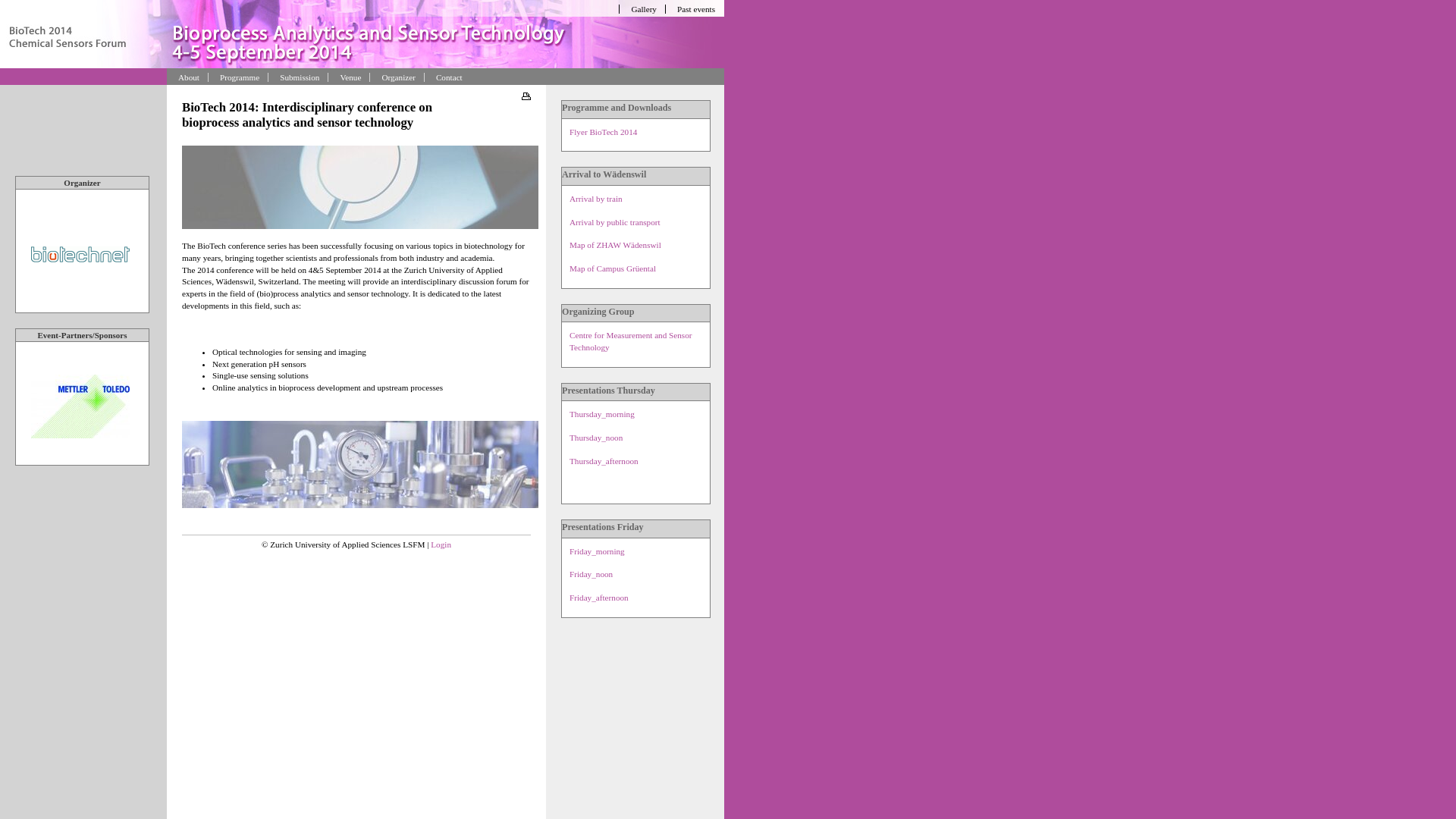 The width and height of the screenshot is (1456, 819). Describe the element at coordinates (602, 130) in the screenshot. I see `'Flyer BioTech 2014'` at that location.